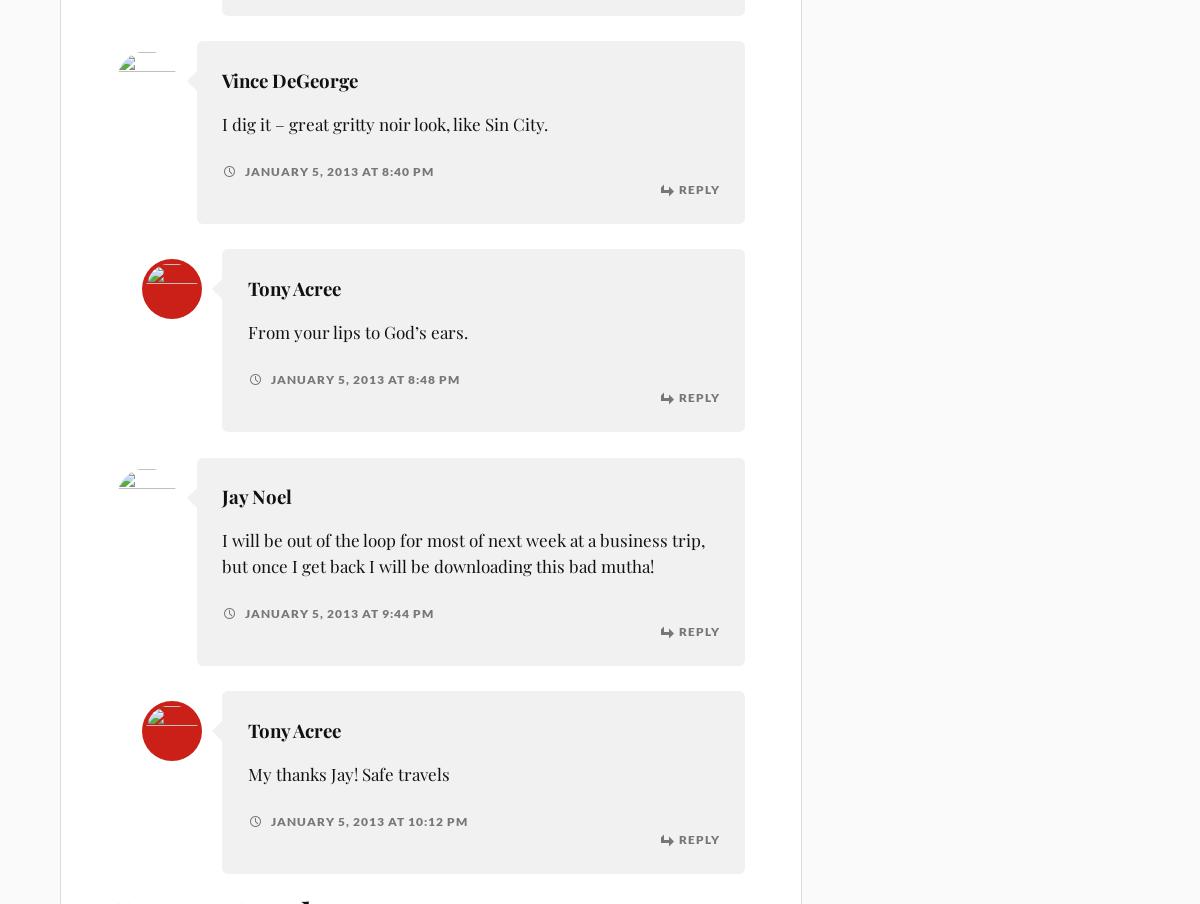 The width and height of the screenshot is (1200, 904). Describe the element at coordinates (462, 552) in the screenshot. I see `'I will be out of the loop for most of next week at a business trip, but once I get back I will be downloading this bad mutha!'` at that location.